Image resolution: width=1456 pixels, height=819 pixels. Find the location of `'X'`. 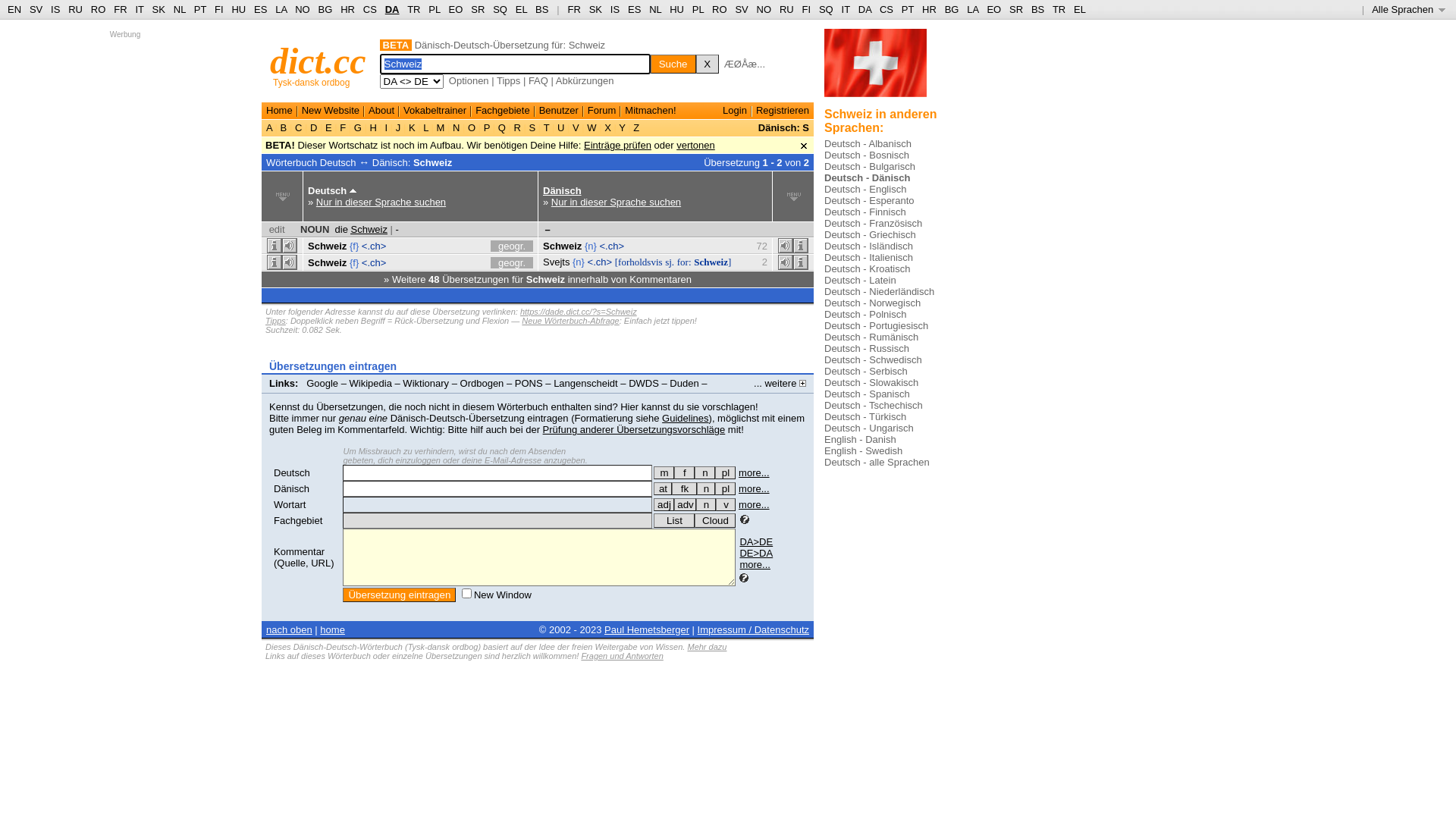

'X' is located at coordinates (706, 63).